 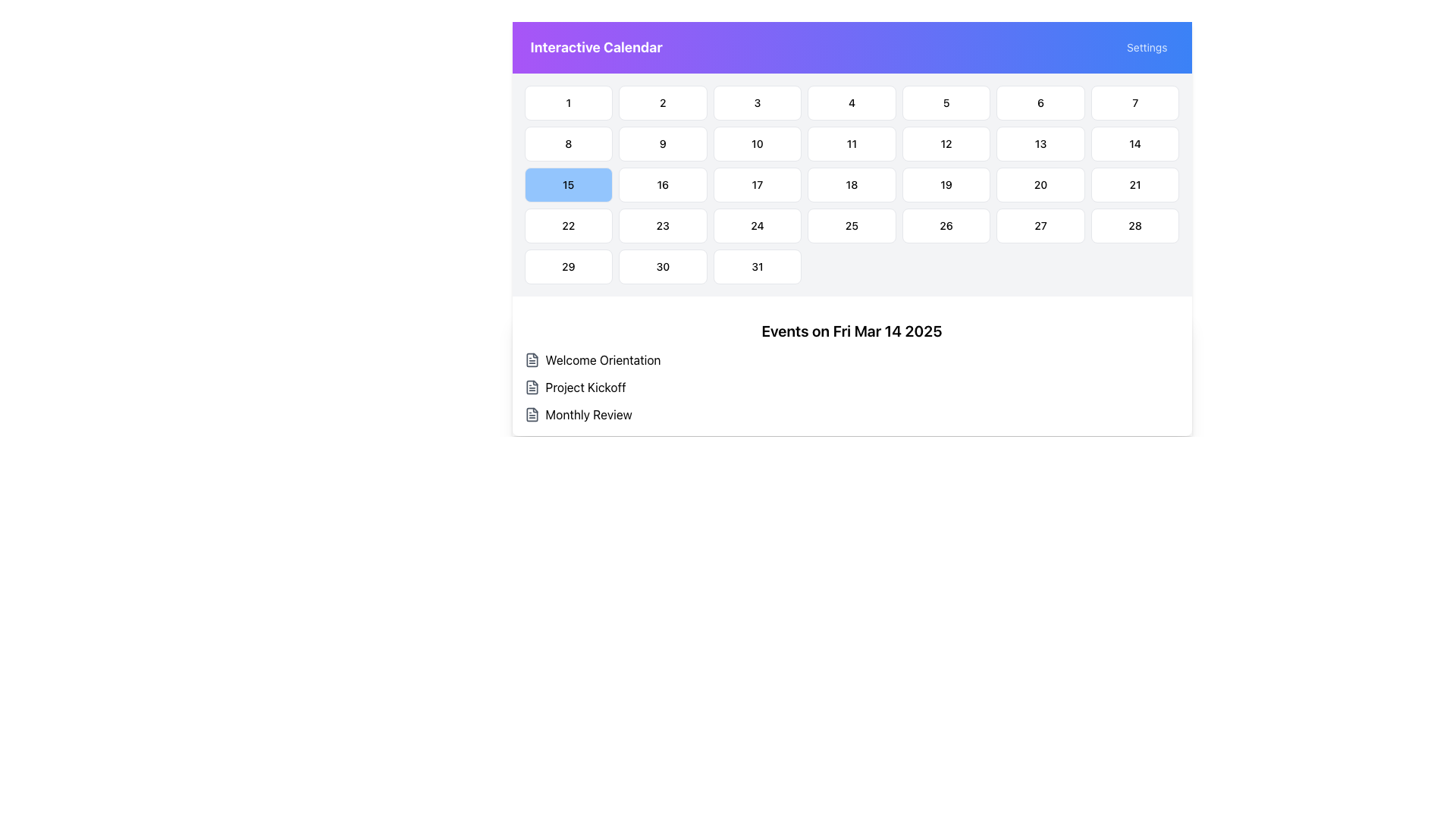 I want to click on the static text label representing the 24th day of the month in the calendar grid, located in the fourth row and fourth column, so click(x=757, y=225).